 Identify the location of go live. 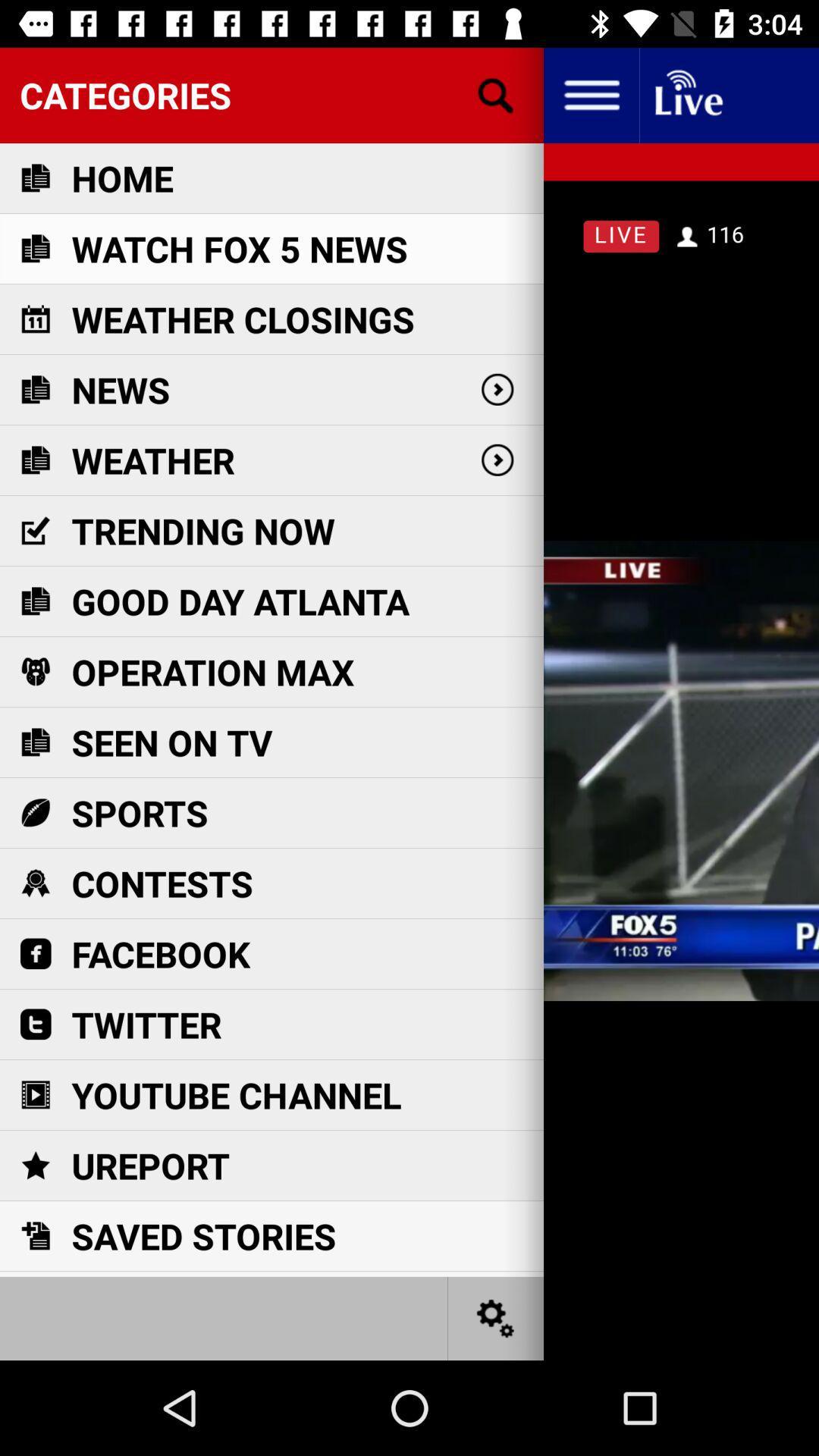
(687, 94).